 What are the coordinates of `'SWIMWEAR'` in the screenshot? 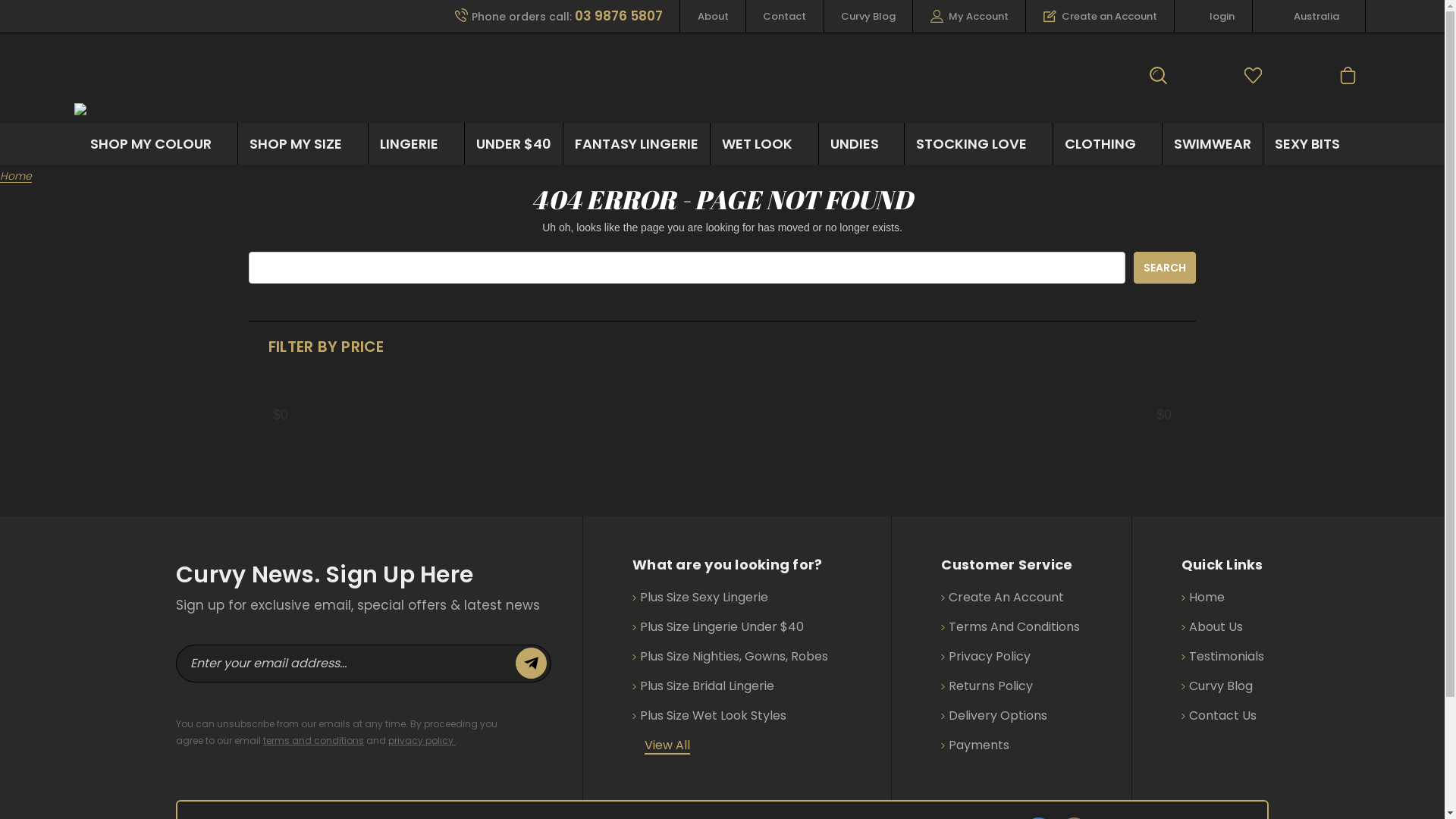 It's located at (1161, 143).